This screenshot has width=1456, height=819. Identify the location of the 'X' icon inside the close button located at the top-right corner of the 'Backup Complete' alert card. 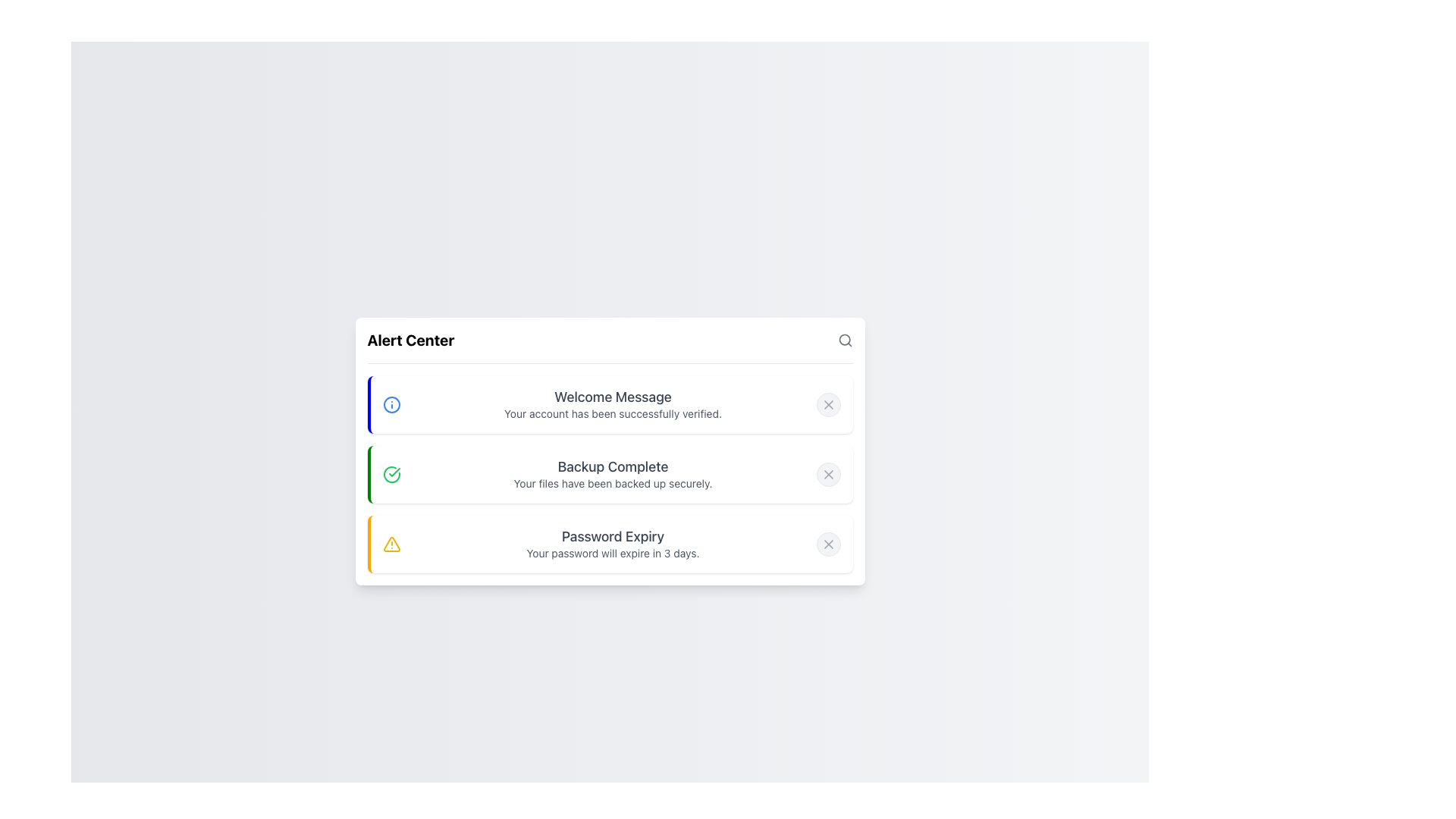
(827, 473).